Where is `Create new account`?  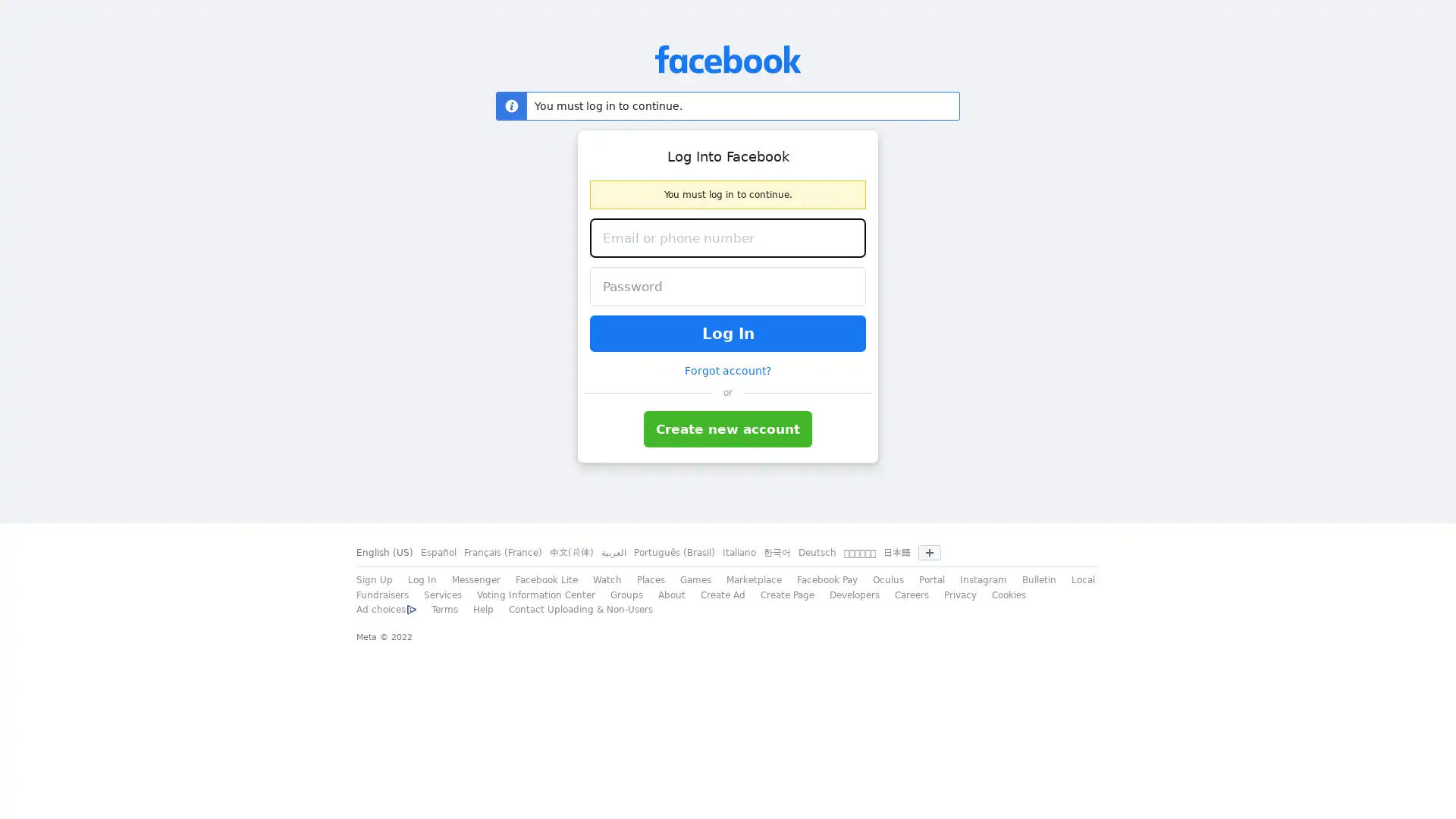 Create new account is located at coordinates (728, 429).